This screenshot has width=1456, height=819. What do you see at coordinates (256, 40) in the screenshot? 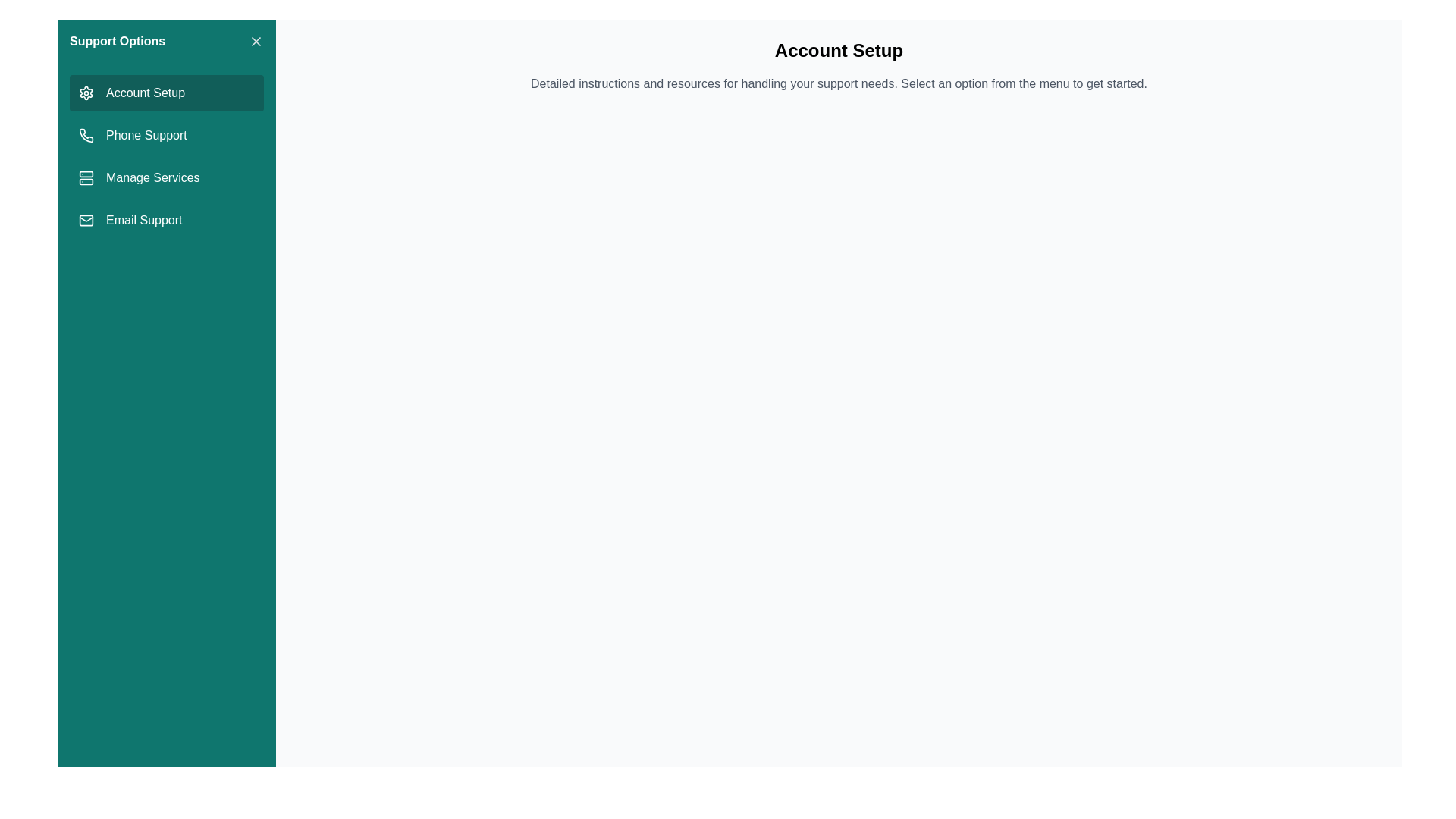
I see `the close button located at the top-right corner of the 'Support Options' section` at bounding box center [256, 40].